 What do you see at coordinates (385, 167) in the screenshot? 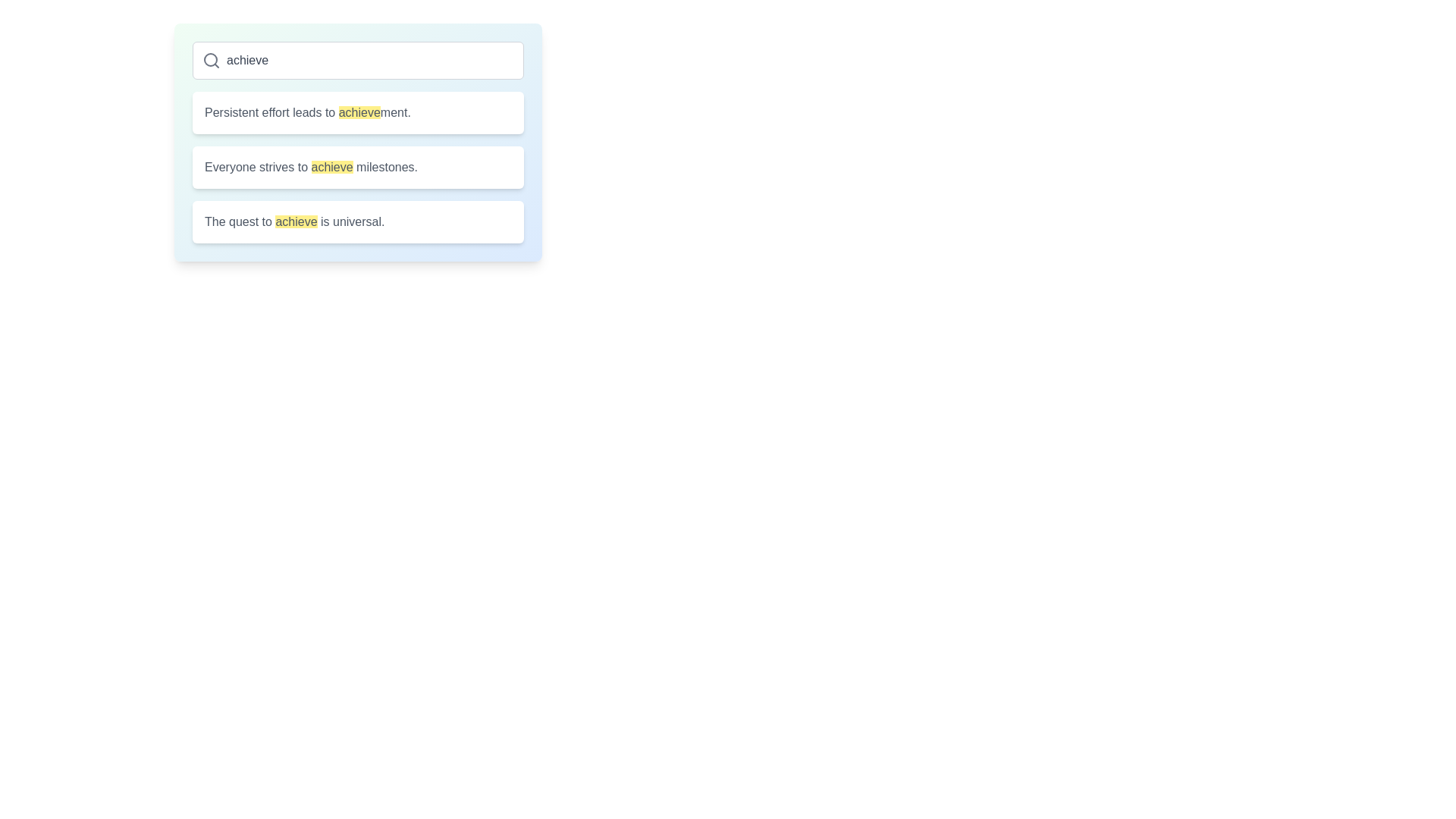
I see `static text fragment displaying the word 'milestones.' which is part of a sentence in the second text block of a vertical list` at bounding box center [385, 167].